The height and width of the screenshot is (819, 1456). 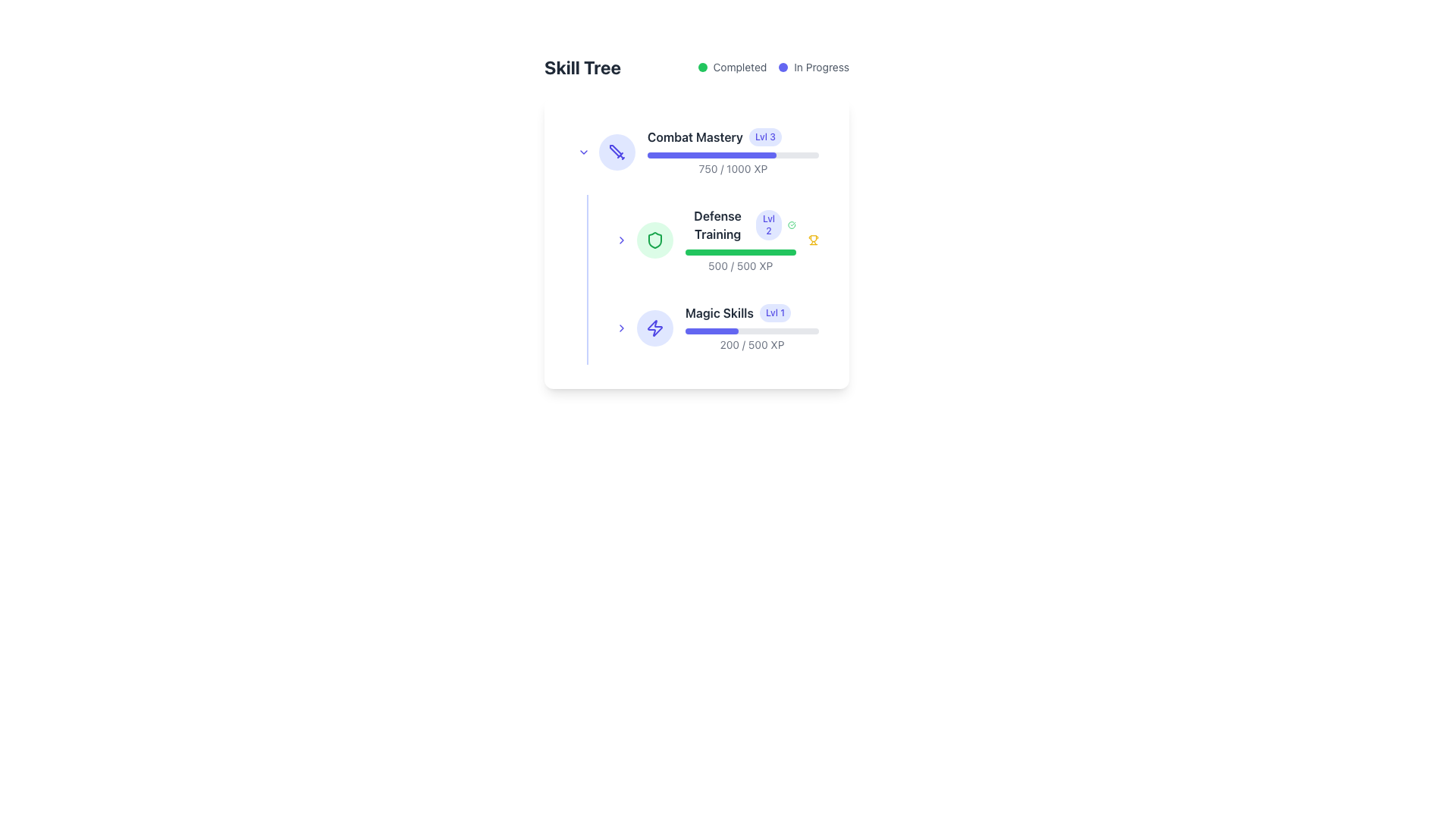 What do you see at coordinates (617, 152) in the screenshot?
I see `the visual context of the 'Combat Mastery' skill category icon, which is the first icon in the skill tree interface, located to the left of the skill bar` at bounding box center [617, 152].